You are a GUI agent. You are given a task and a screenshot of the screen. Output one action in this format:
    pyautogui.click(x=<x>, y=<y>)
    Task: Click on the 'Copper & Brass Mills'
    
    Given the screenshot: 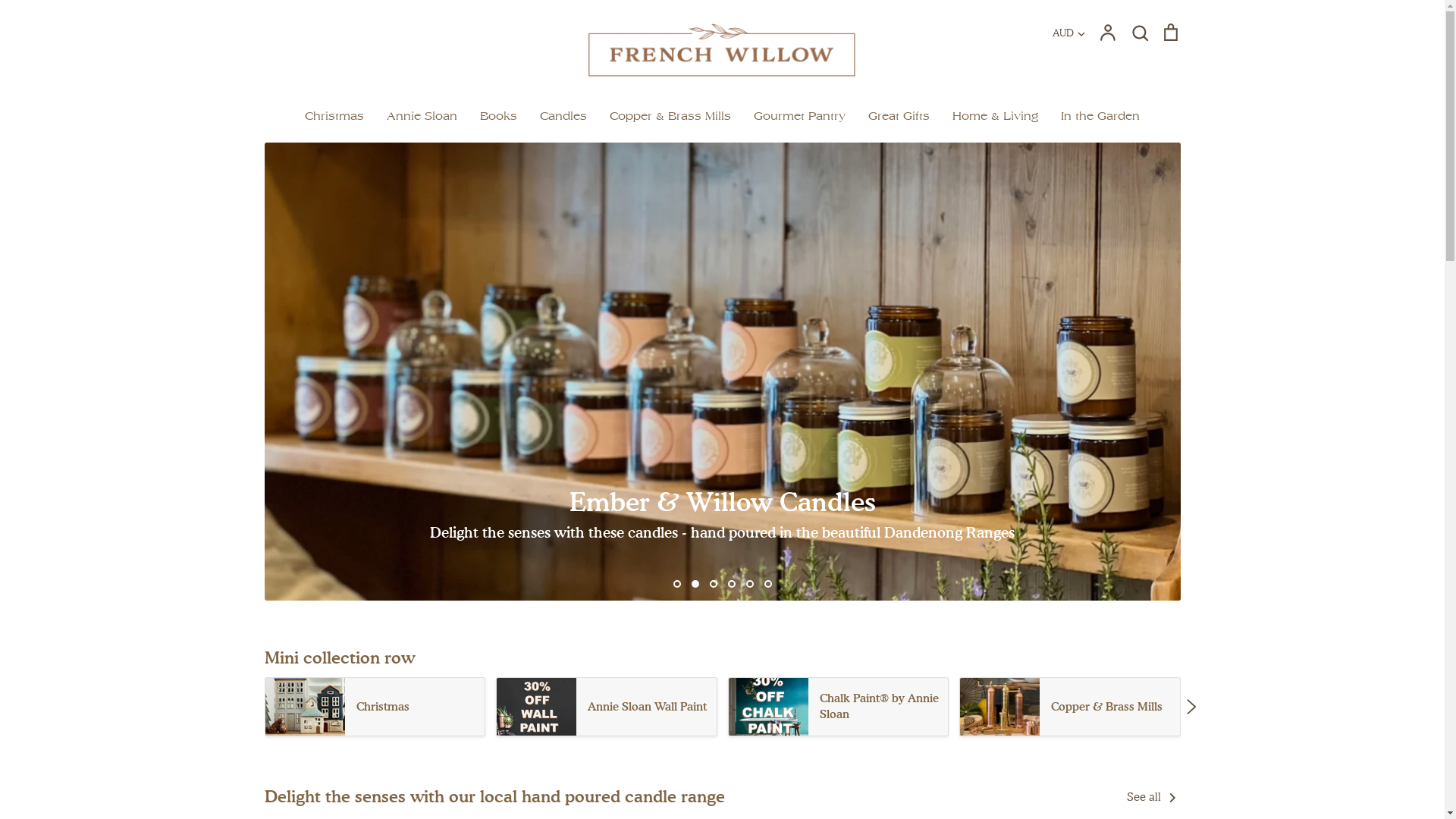 What is the action you would take?
    pyautogui.click(x=1069, y=707)
    